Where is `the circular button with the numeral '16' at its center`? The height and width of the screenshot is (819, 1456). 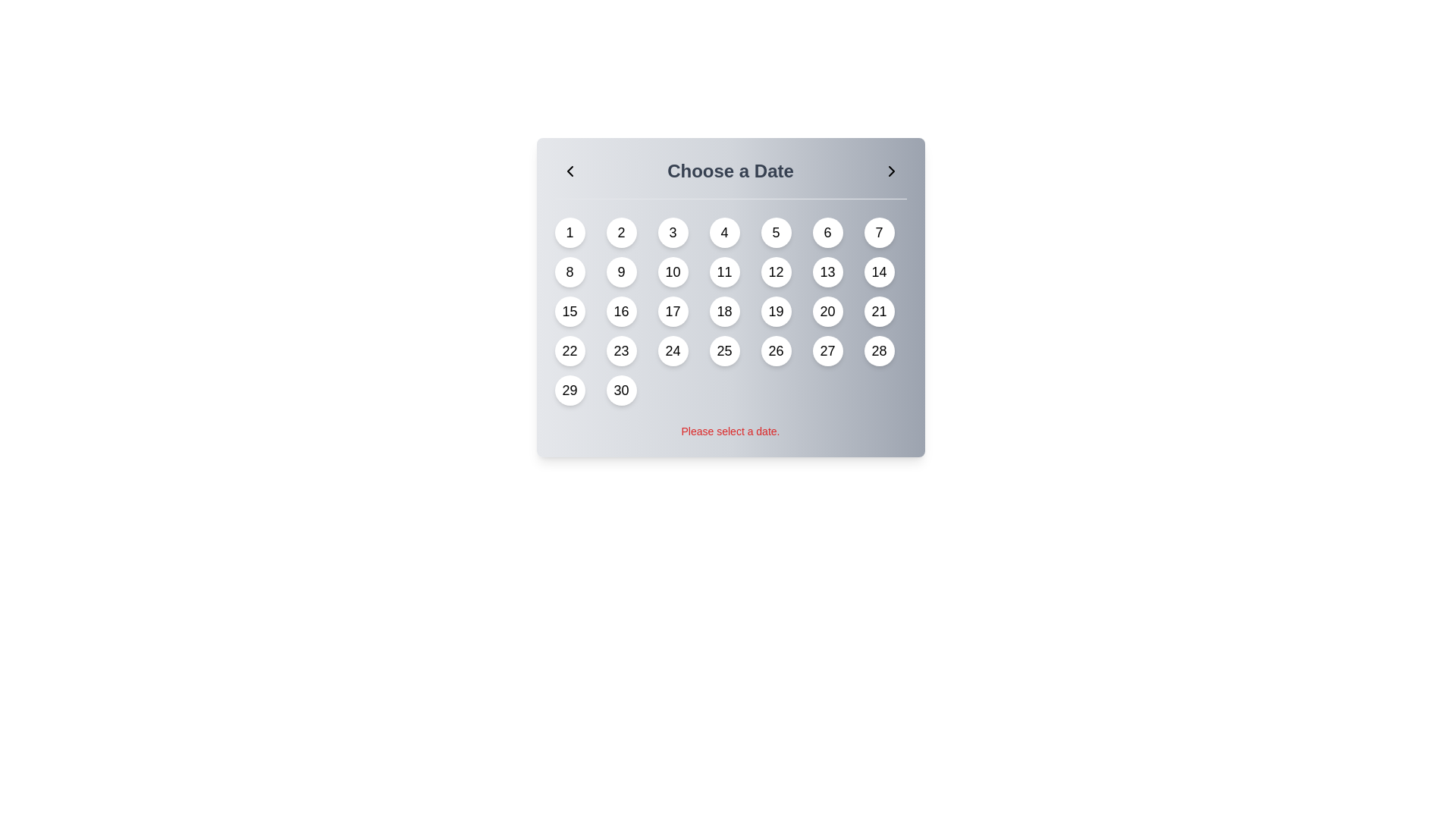 the circular button with the numeral '16' at its center is located at coordinates (621, 311).